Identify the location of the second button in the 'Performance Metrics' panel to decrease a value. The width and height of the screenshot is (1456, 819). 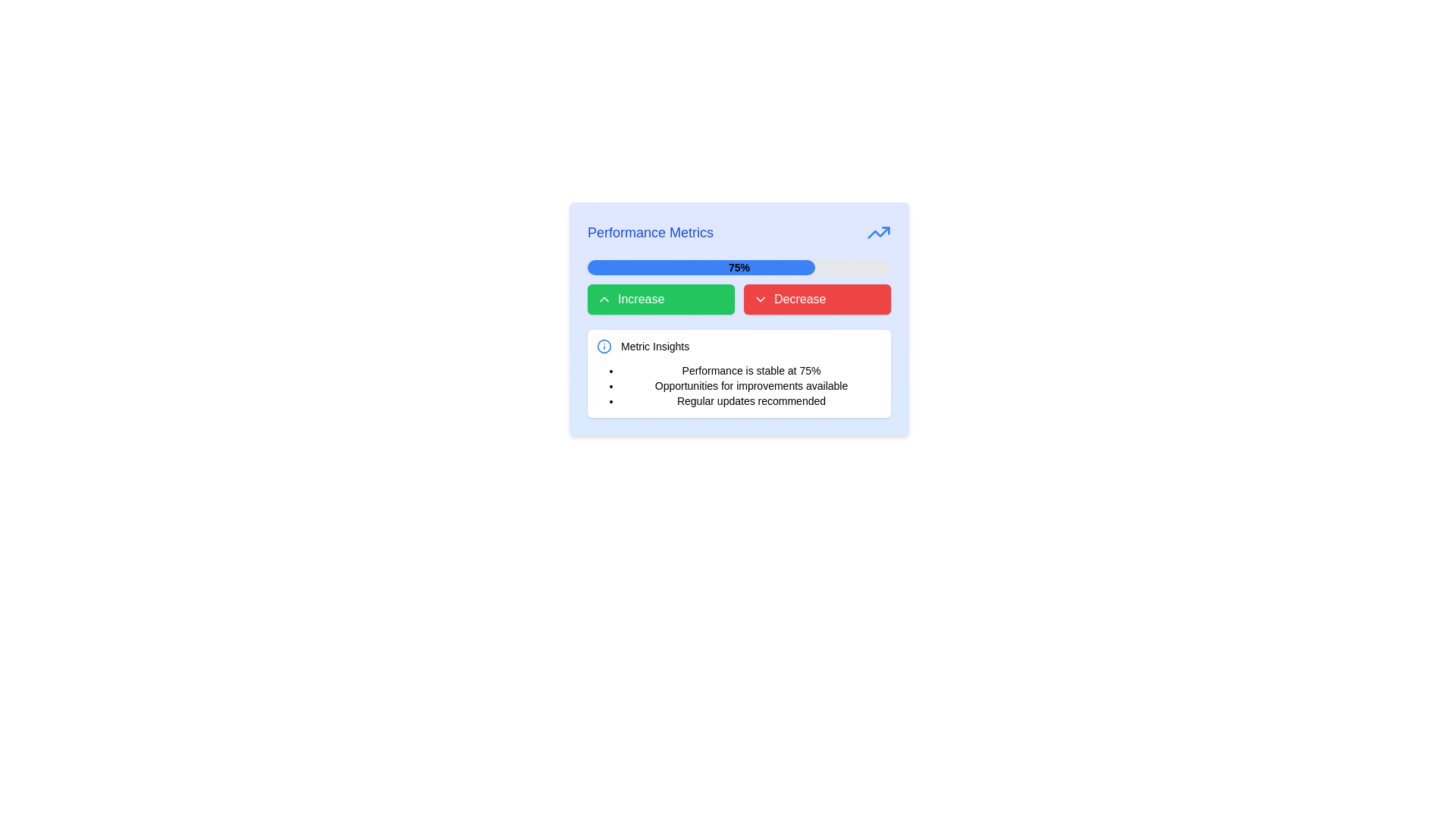
(817, 299).